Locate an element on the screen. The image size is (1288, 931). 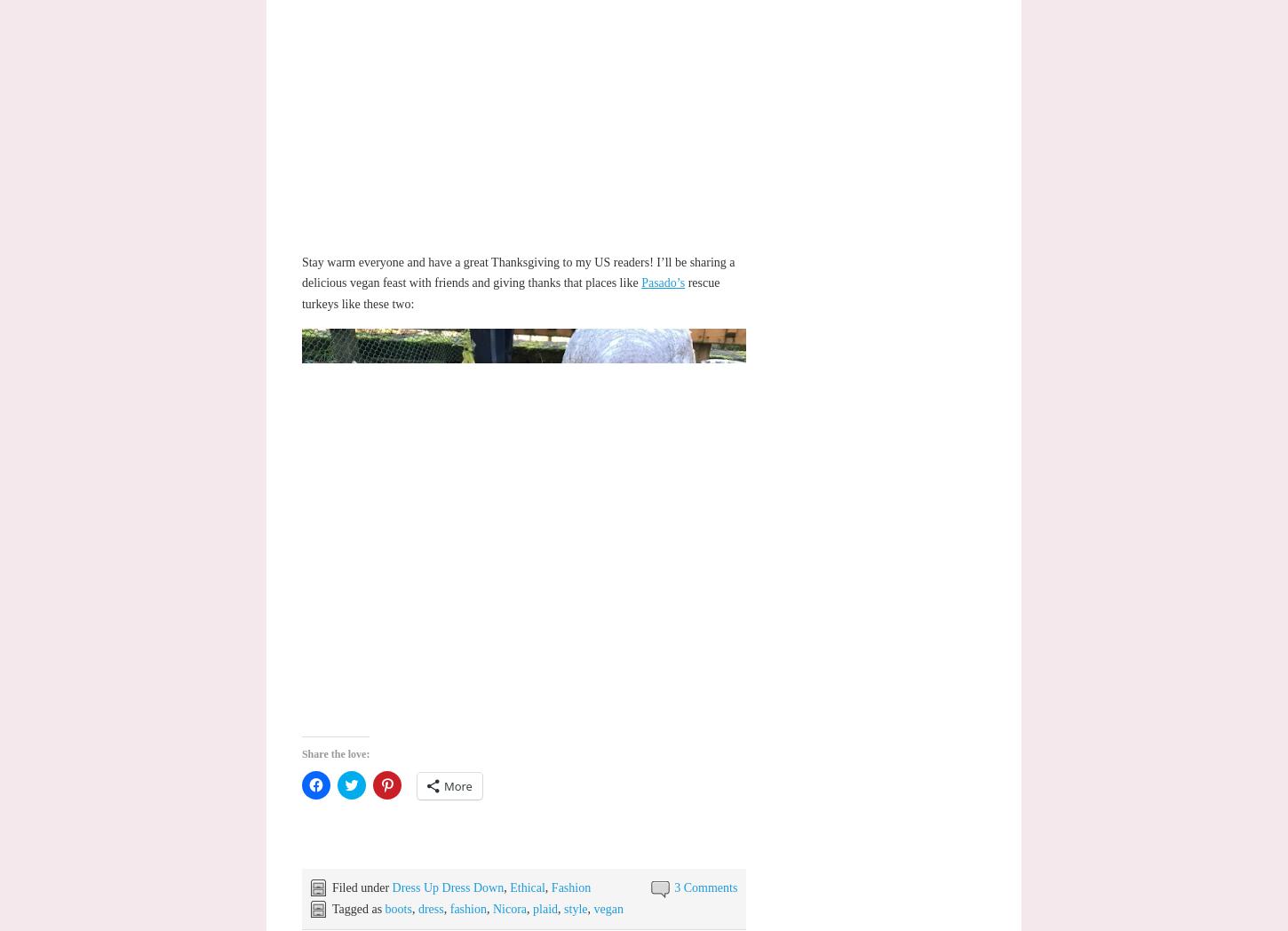
'fashion' is located at coordinates (467, 909).